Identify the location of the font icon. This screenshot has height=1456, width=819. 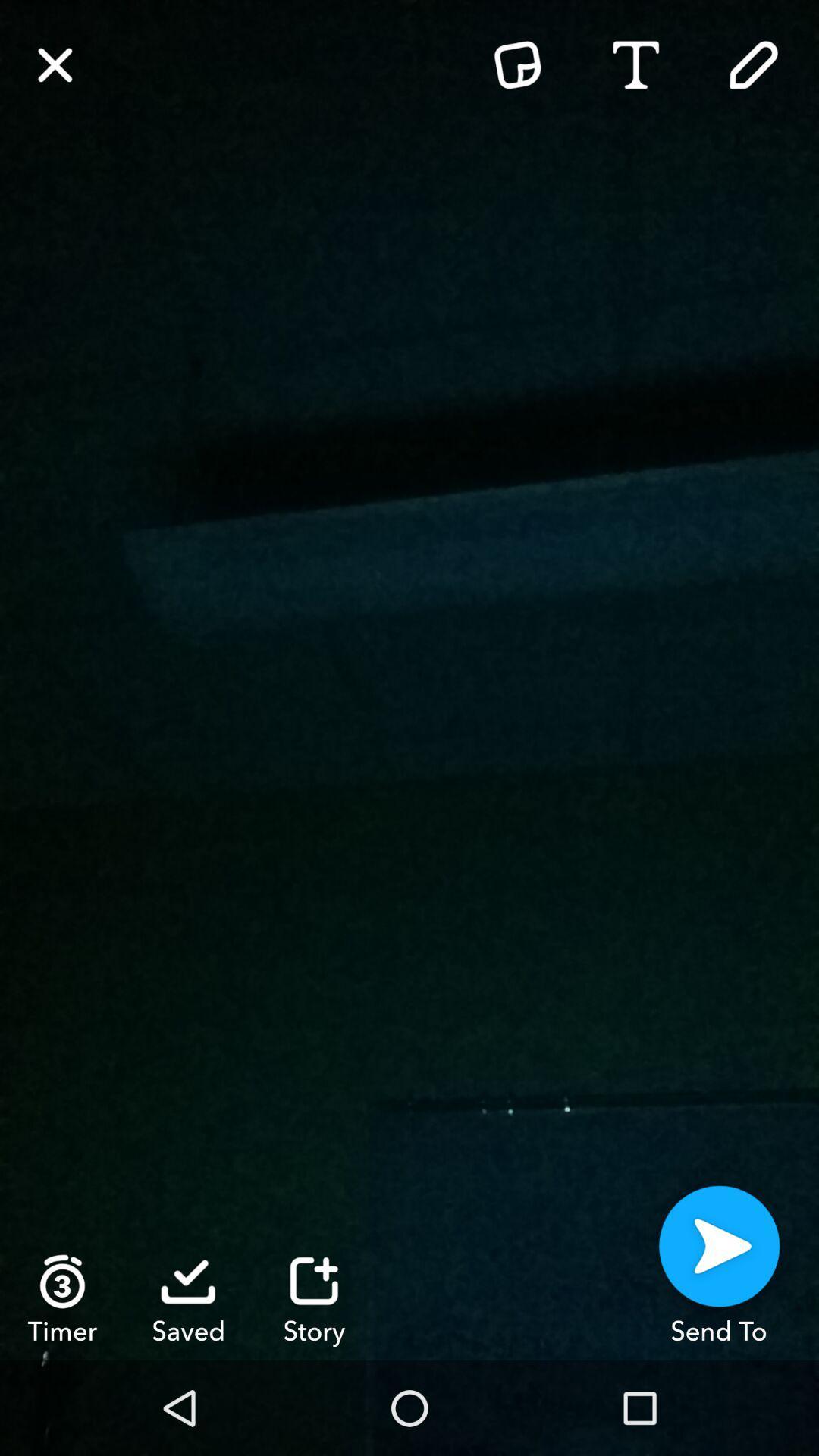
(635, 64).